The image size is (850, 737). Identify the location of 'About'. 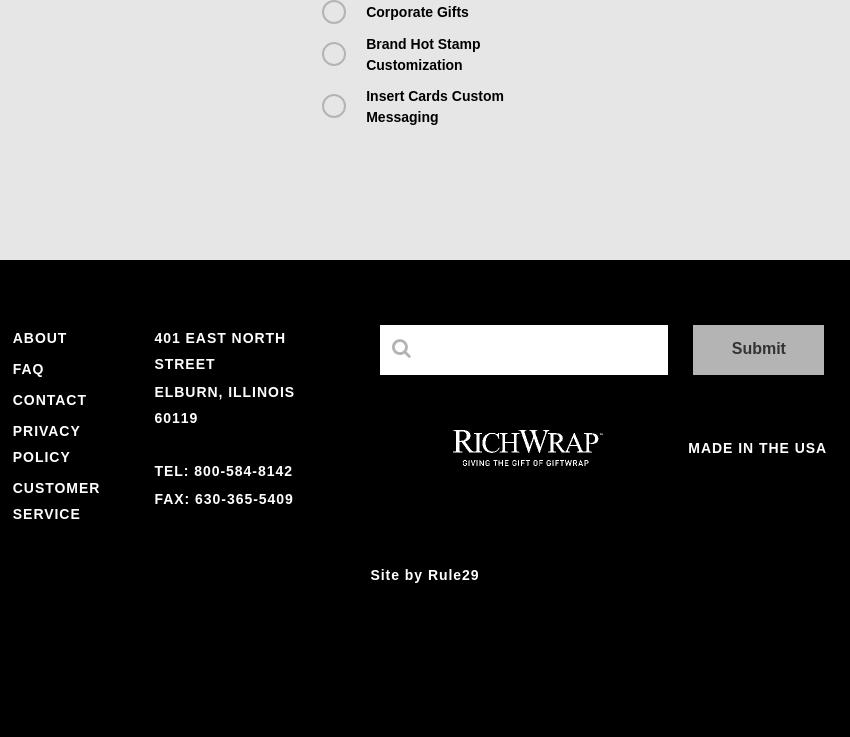
(38, 336).